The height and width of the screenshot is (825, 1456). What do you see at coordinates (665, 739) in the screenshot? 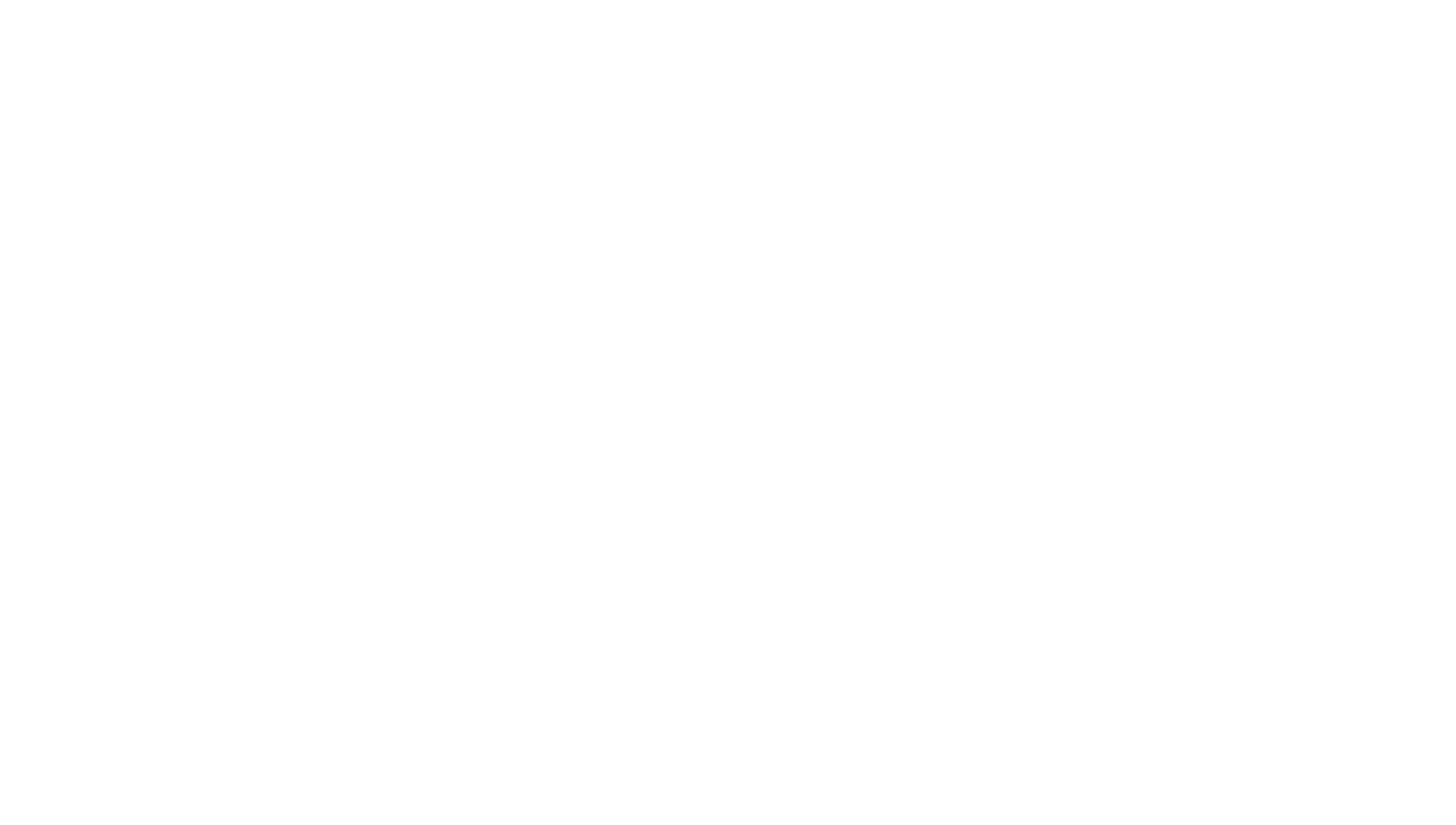
I see `'StageOne2 is a funky—and functional—tool for manipulating the stereo image for width and depth, so we took it for a spin; here's what happened.'` at bounding box center [665, 739].